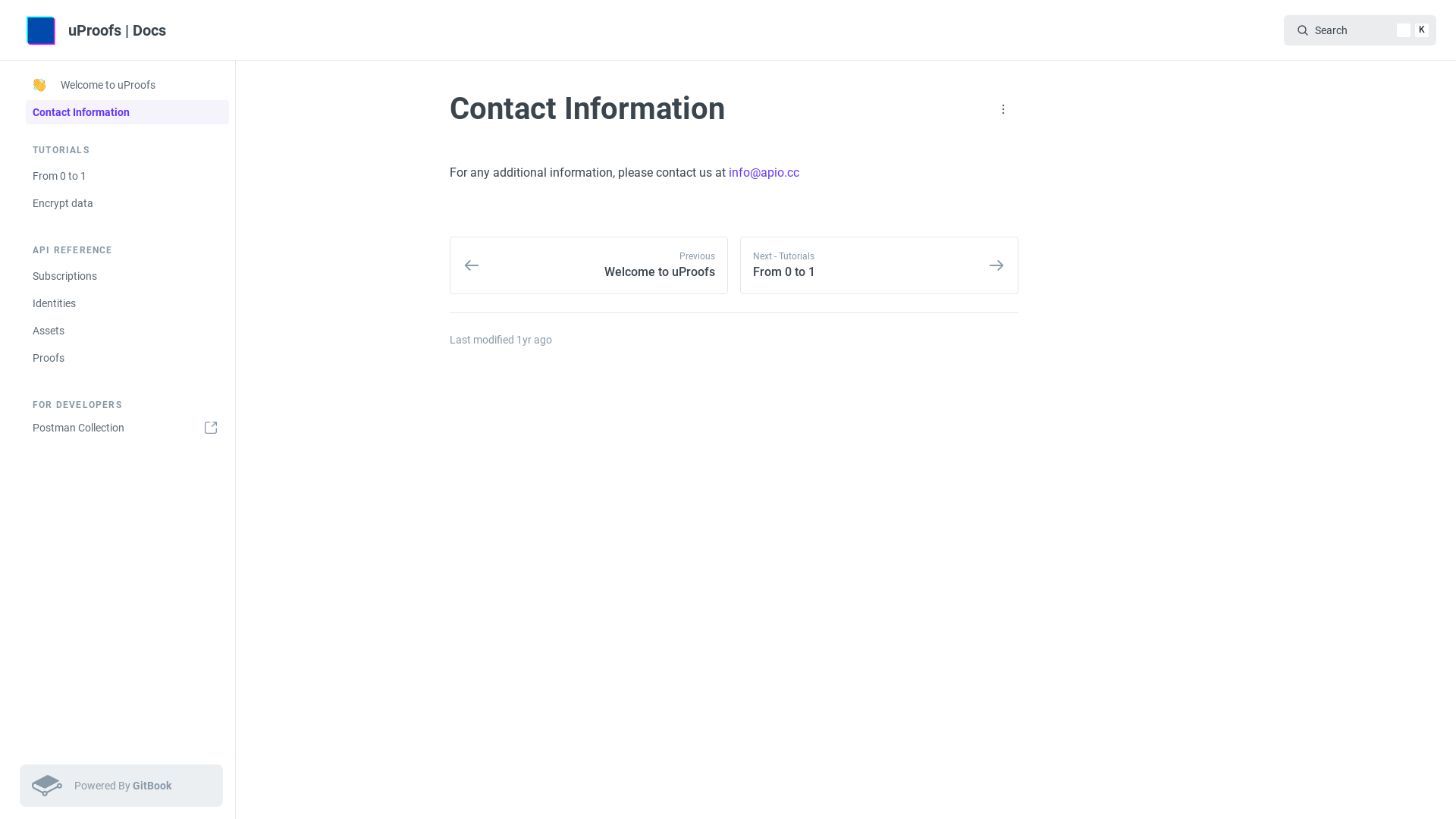 The width and height of the screenshot is (1456, 819). Describe the element at coordinates (127, 329) in the screenshot. I see `'Assets'` at that location.